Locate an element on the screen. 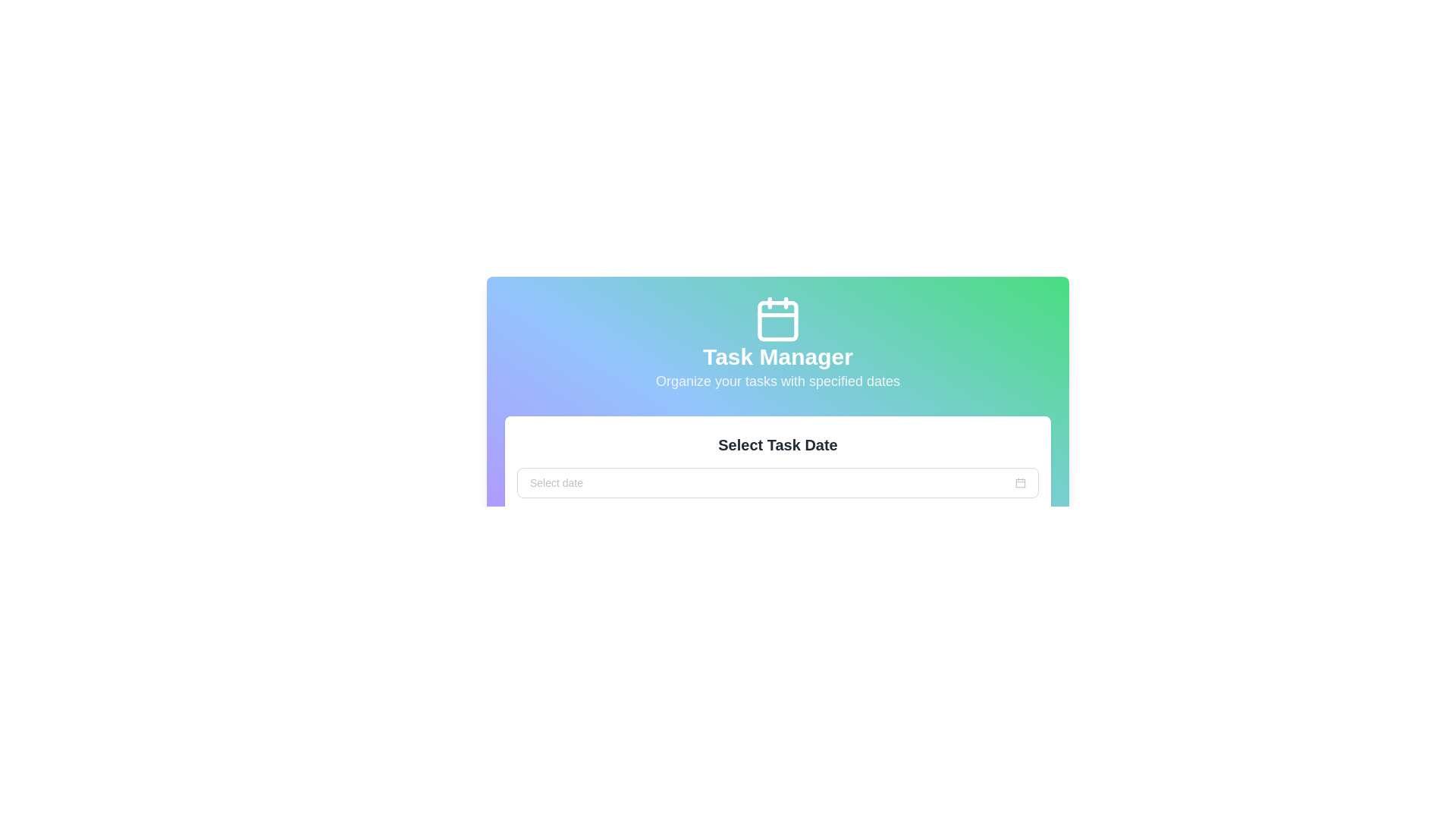 This screenshot has height=819, width=1456. the Text Label that provides additional context or information about the application's purpose, located below 'Task Manager' is located at coordinates (778, 380).